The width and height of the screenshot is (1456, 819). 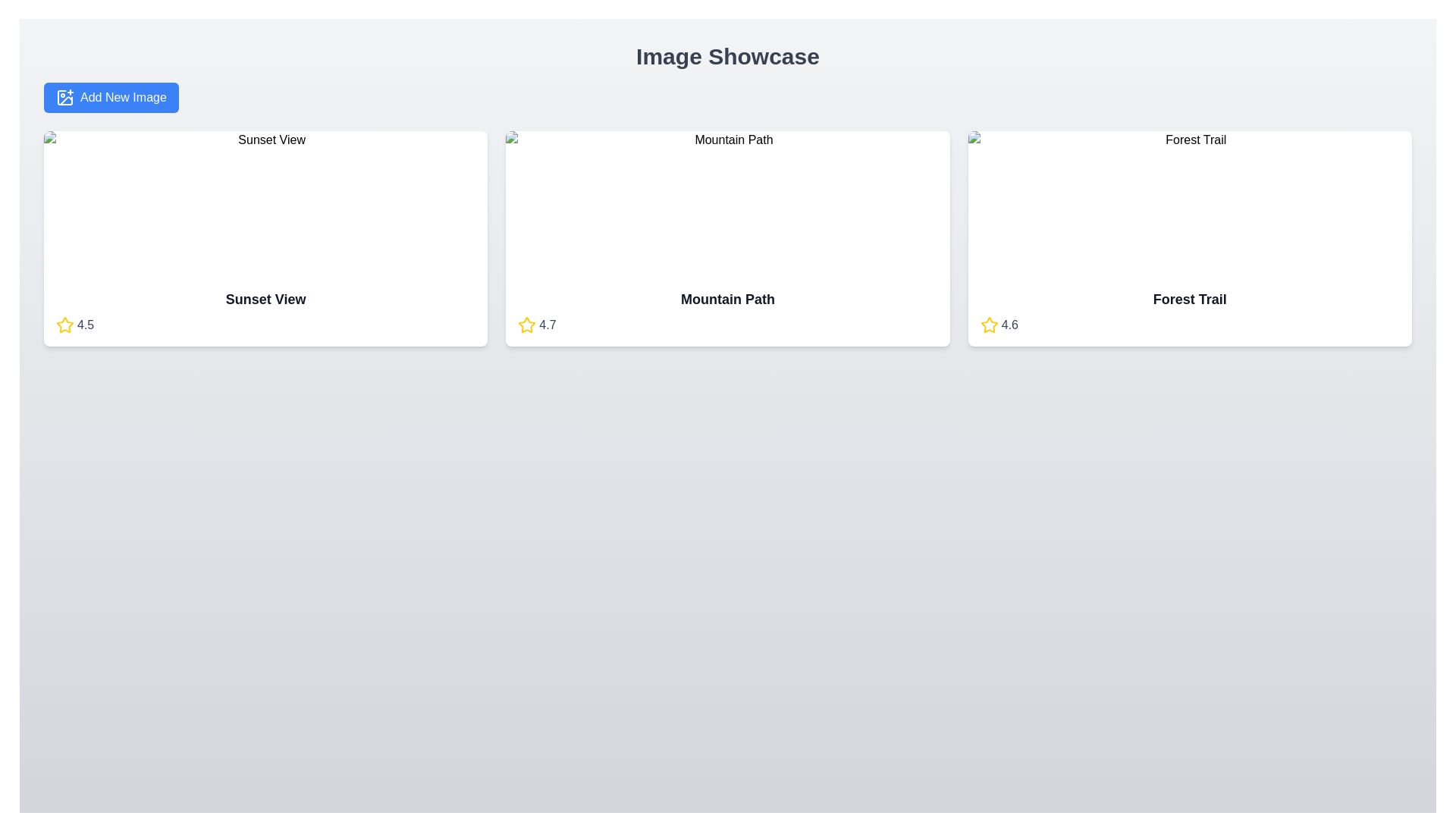 I want to click on the 'Sunset View' text within the rating display component, so click(x=265, y=311).